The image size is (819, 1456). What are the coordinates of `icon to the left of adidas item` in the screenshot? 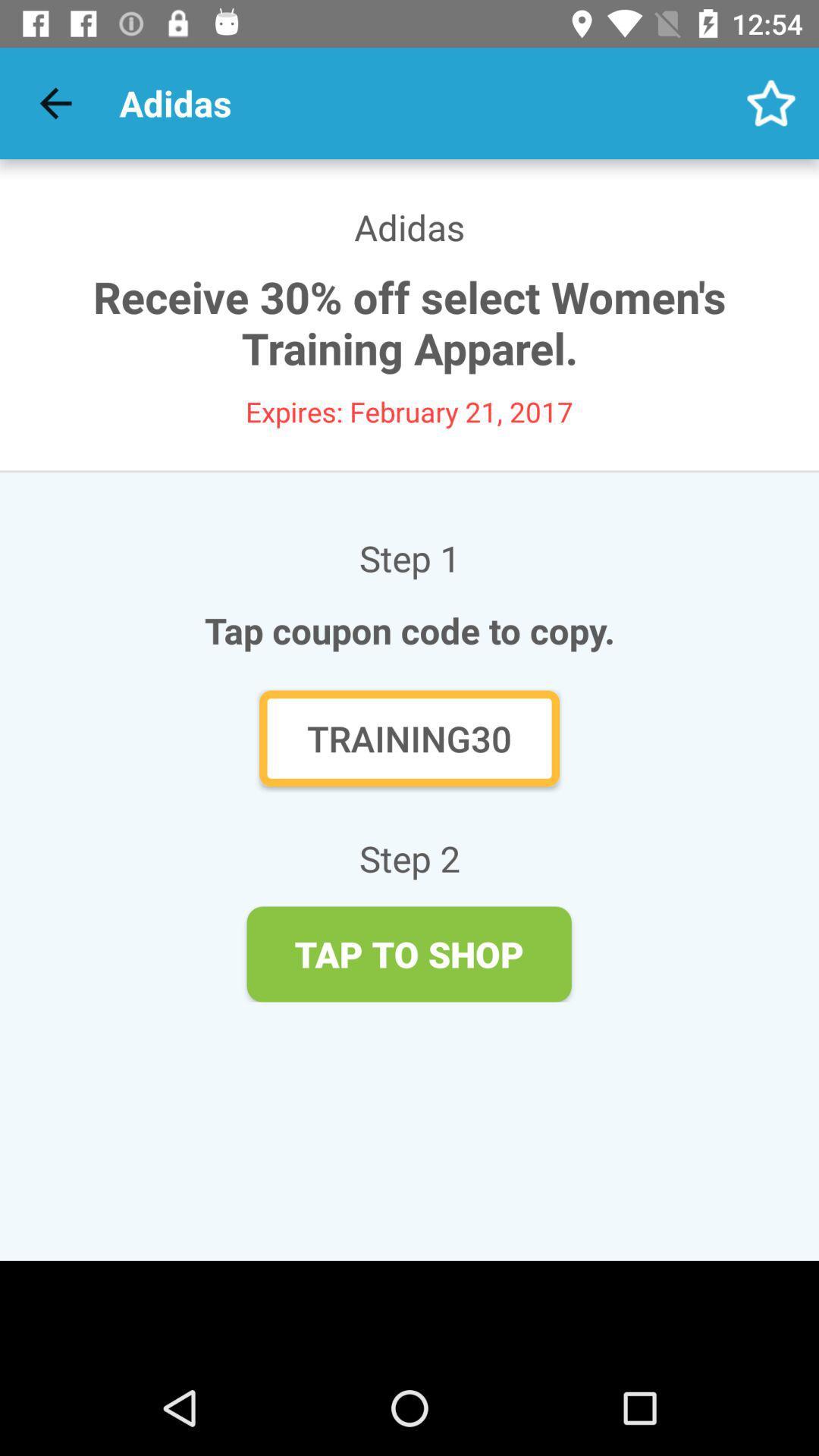 It's located at (55, 102).